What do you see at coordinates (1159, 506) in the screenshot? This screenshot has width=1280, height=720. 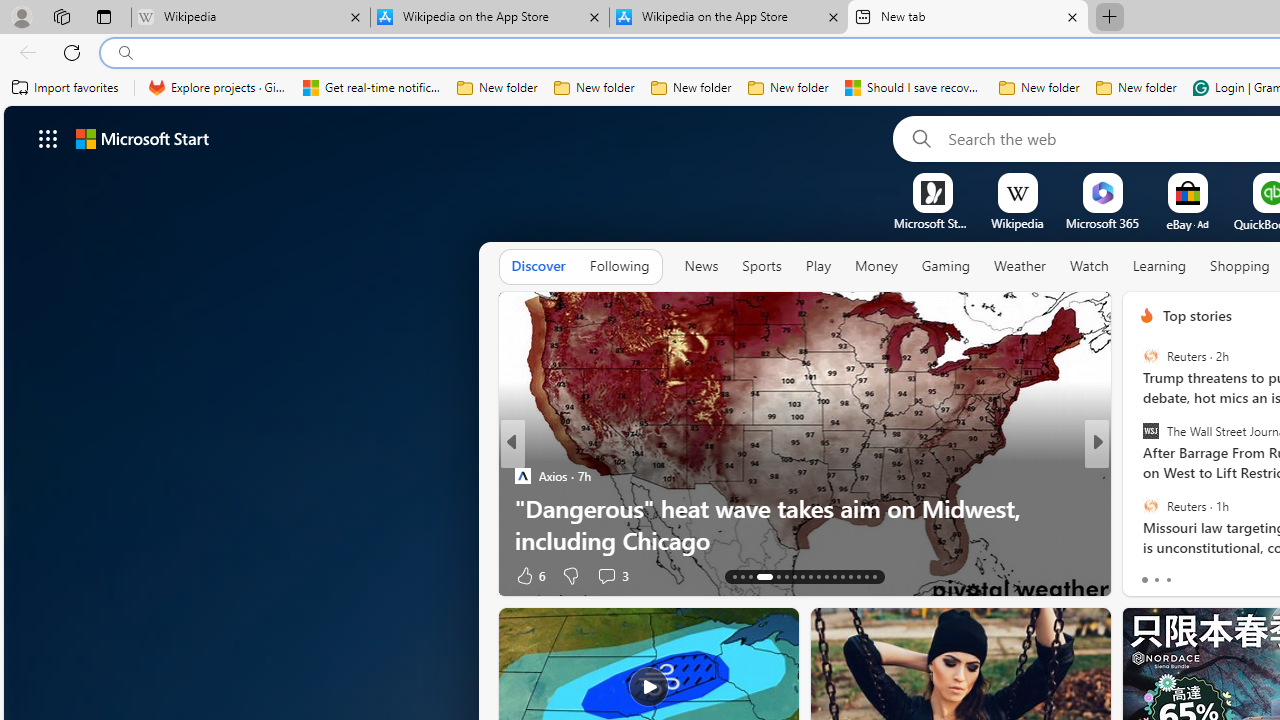 I see `'IT Concept'` at bounding box center [1159, 506].